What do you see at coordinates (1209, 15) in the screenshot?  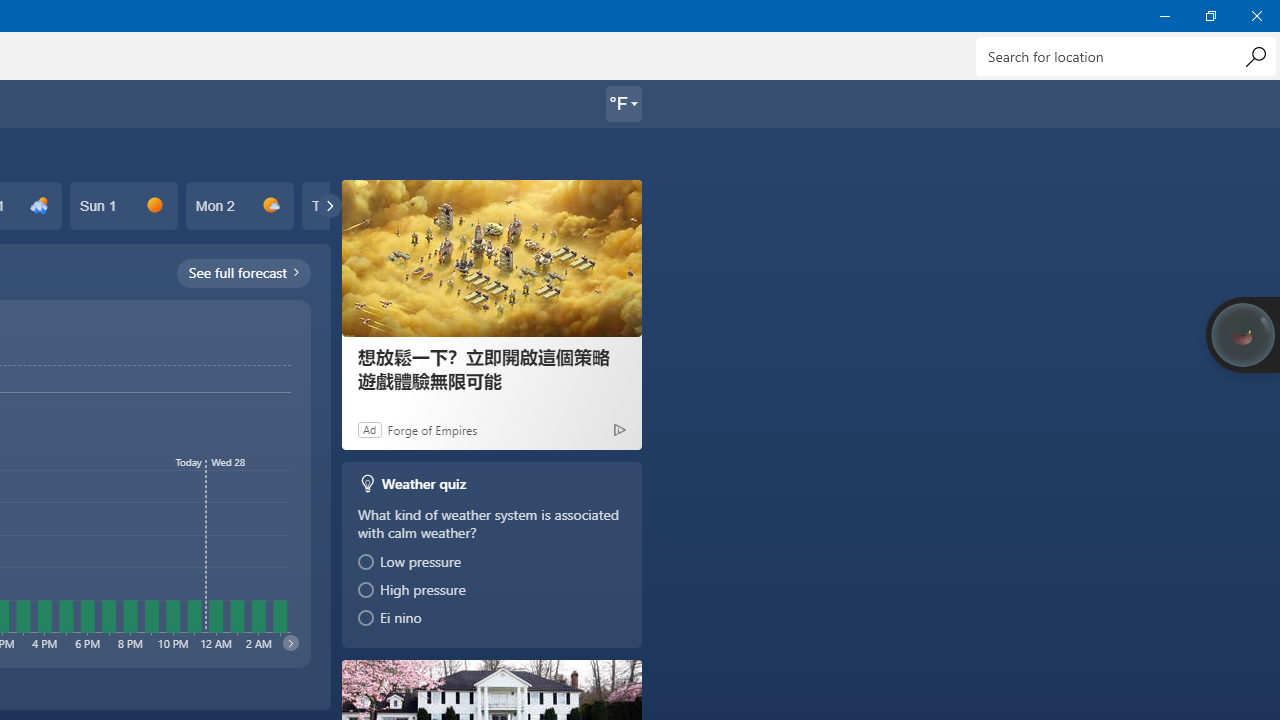 I see `'Restore Weather'` at bounding box center [1209, 15].